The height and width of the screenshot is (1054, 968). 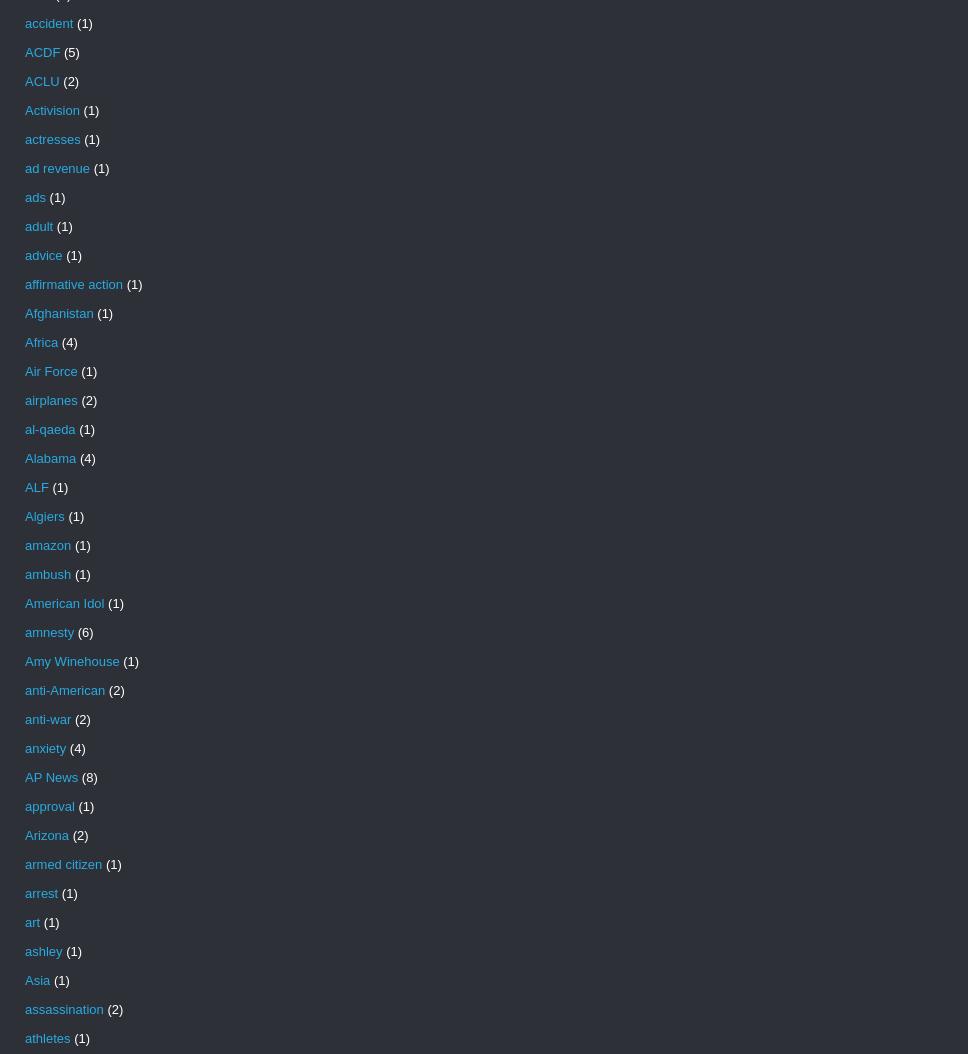 I want to click on 'ad revenue', so click(x=56, y=167).